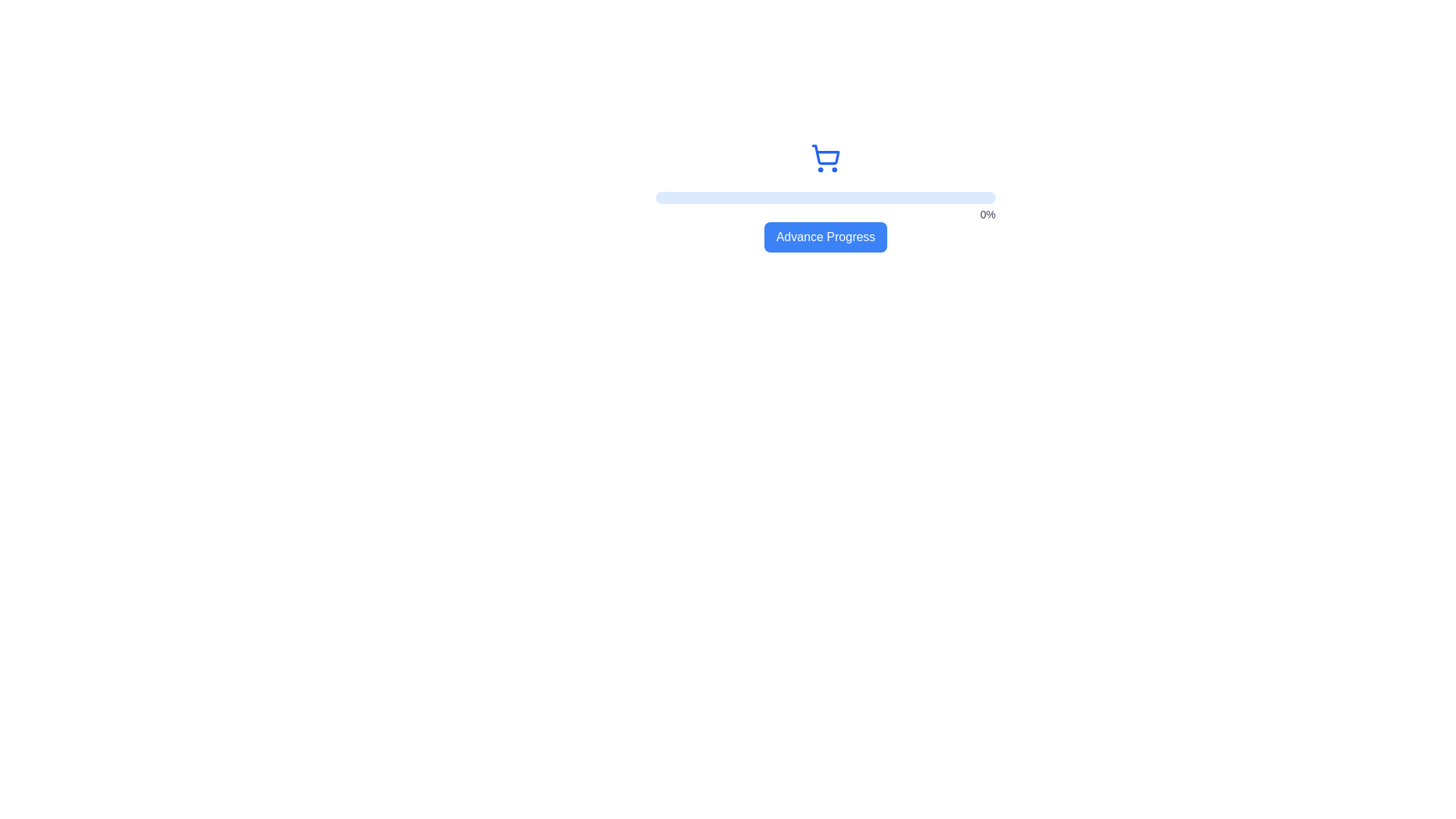  What do you see at coordinates (825, 155) in the screenshot?
I see `the main basket body of the shopping cart icon, which is the central component of the shopping cart interface` at bounding box center [825, 155].